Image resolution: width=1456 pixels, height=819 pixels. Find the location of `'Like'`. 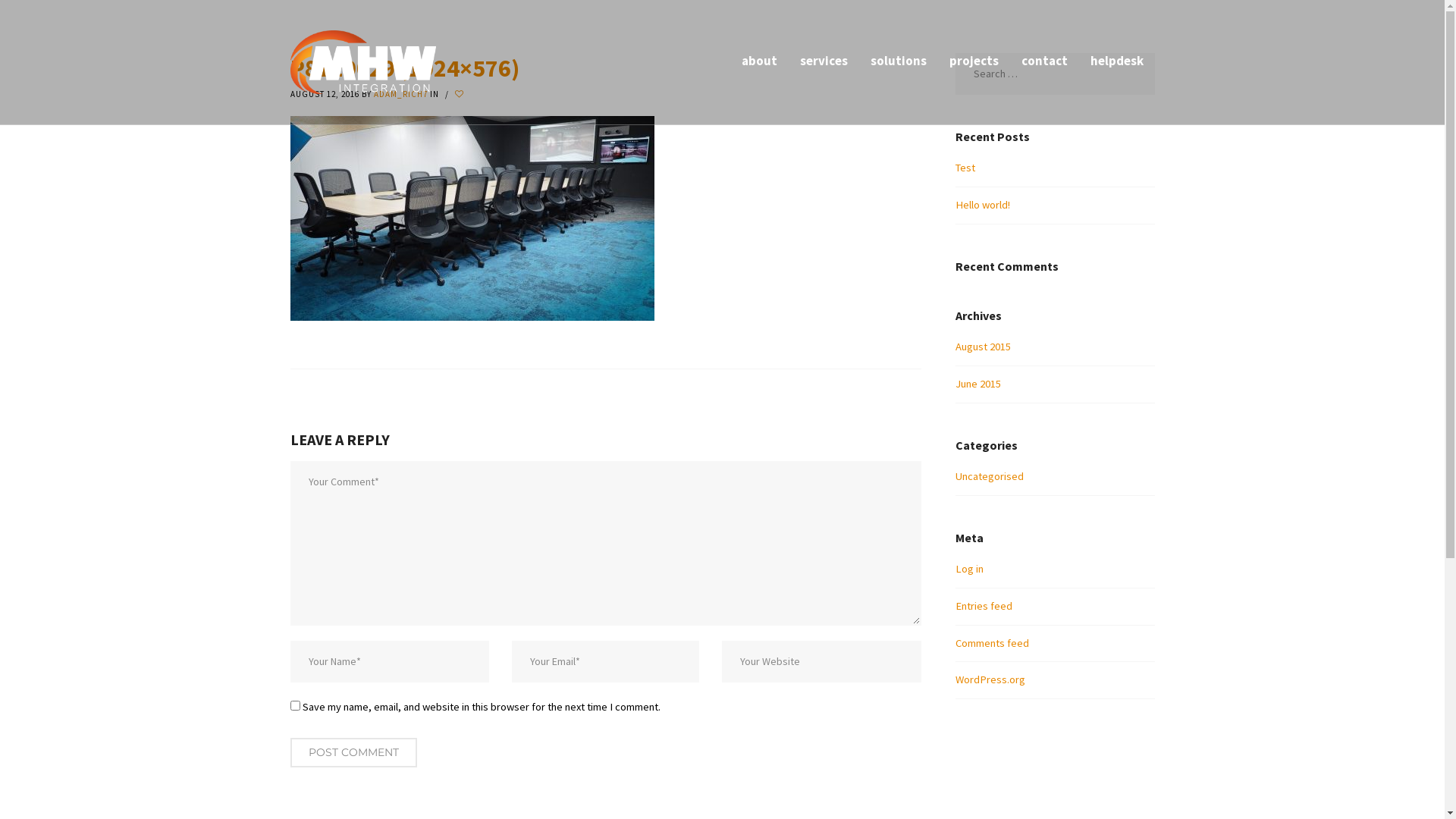

'Like' is located at coordinates (460, 93).